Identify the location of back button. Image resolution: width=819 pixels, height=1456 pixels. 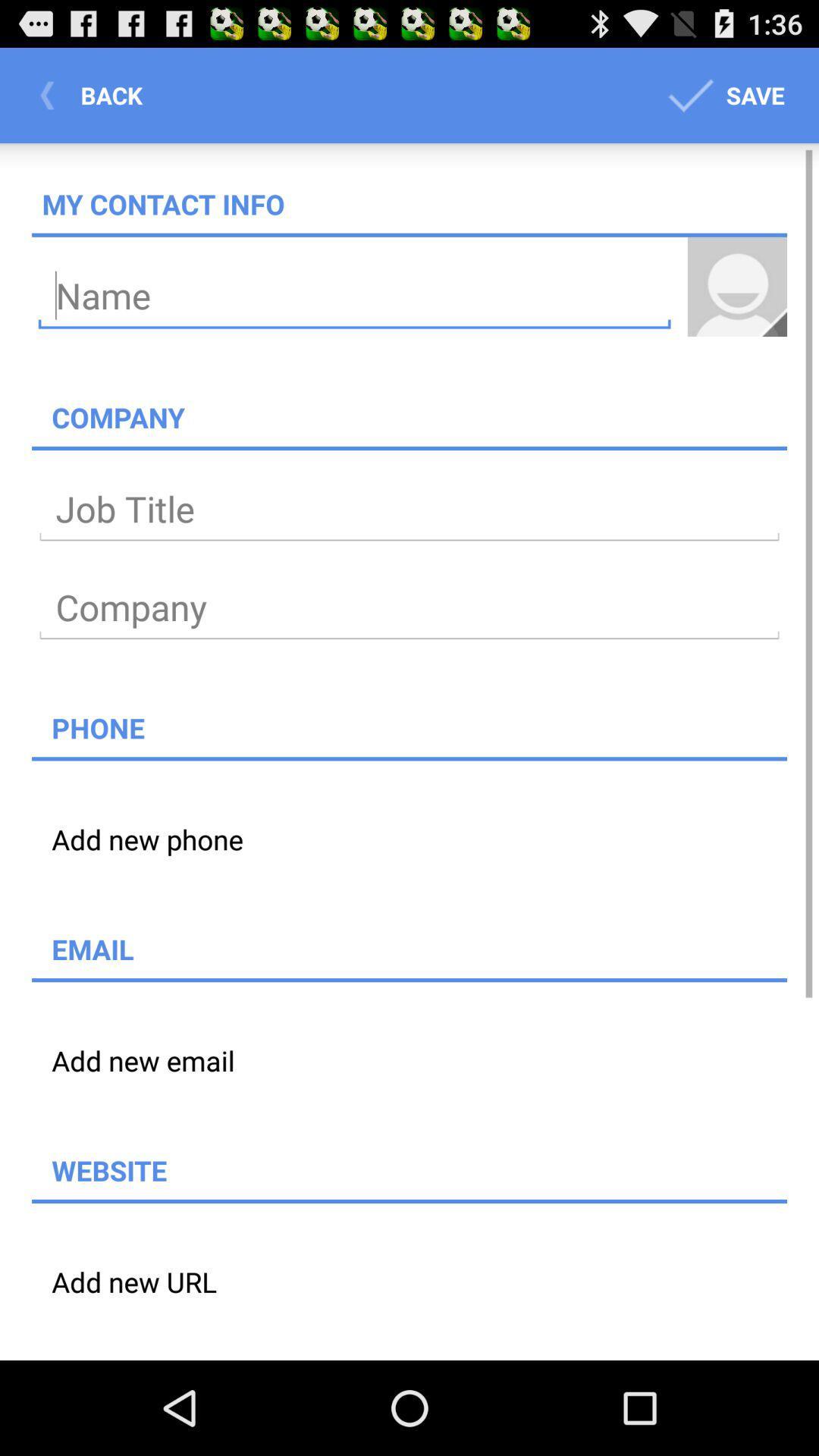
(96, 94).